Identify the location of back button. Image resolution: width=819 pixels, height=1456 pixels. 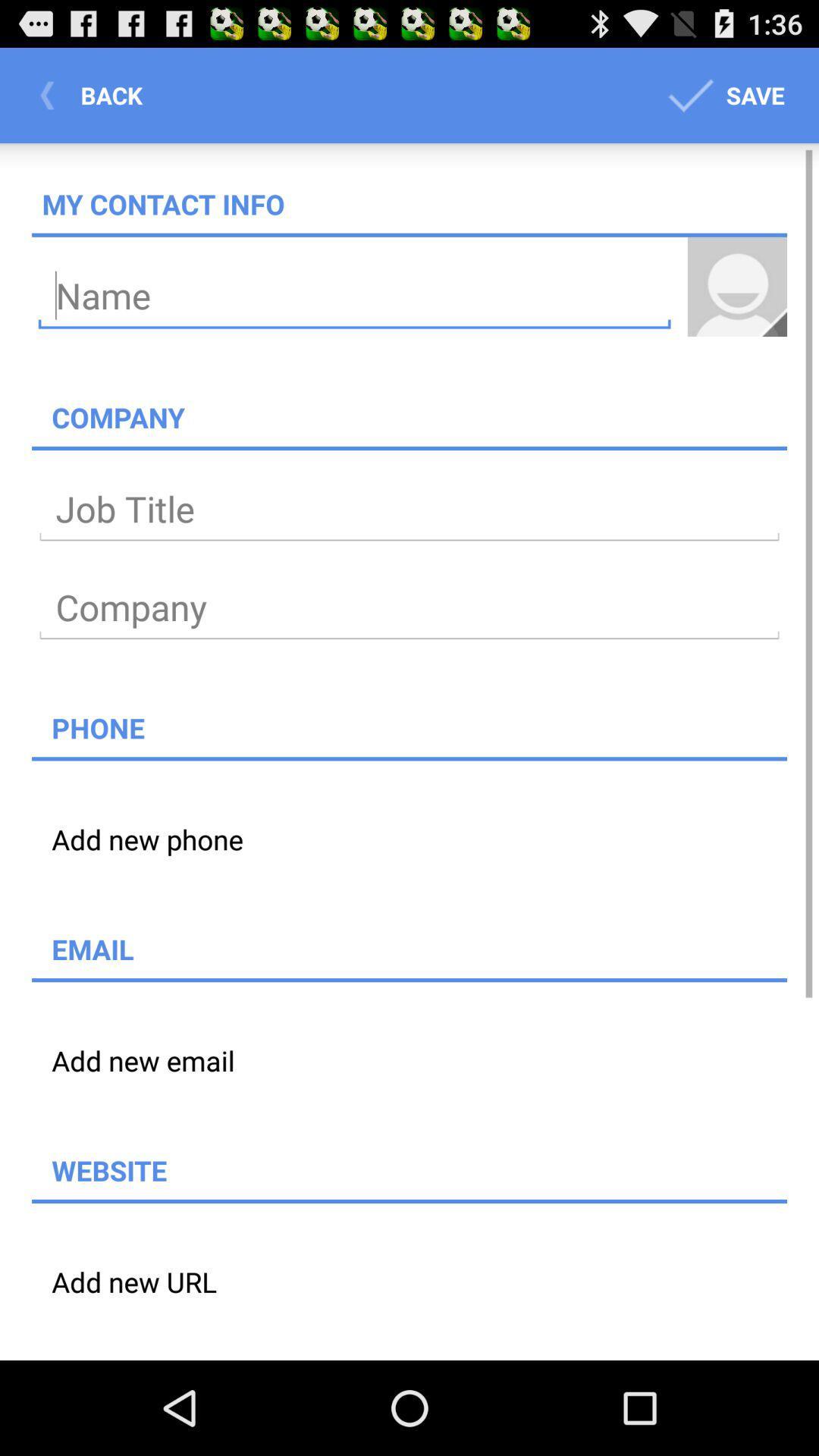
(96, 94).